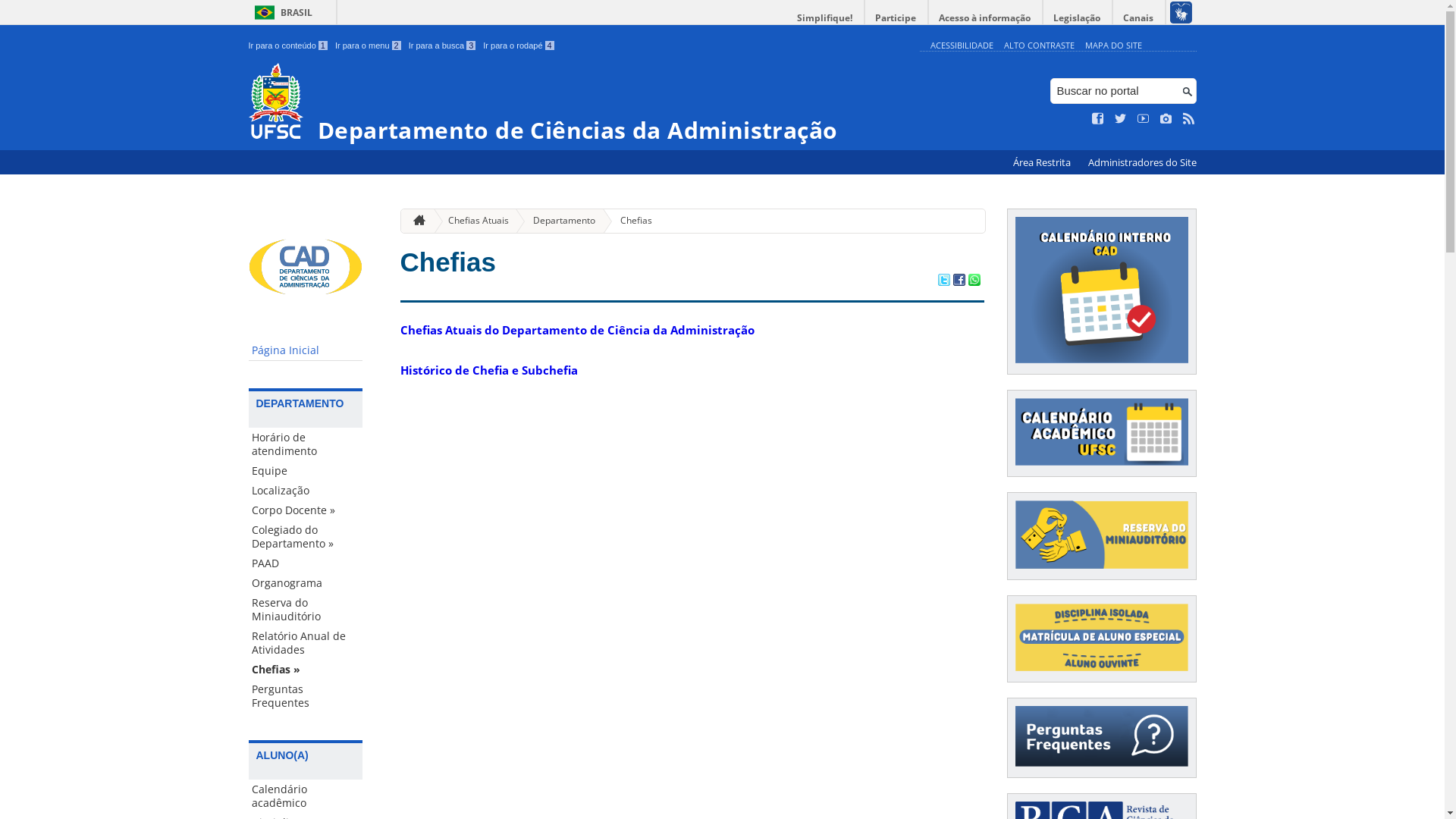 The width and height of the screenshot is (1456, 819). I want to click on 'ALTO CONTRASTE', so click(1004, 44).